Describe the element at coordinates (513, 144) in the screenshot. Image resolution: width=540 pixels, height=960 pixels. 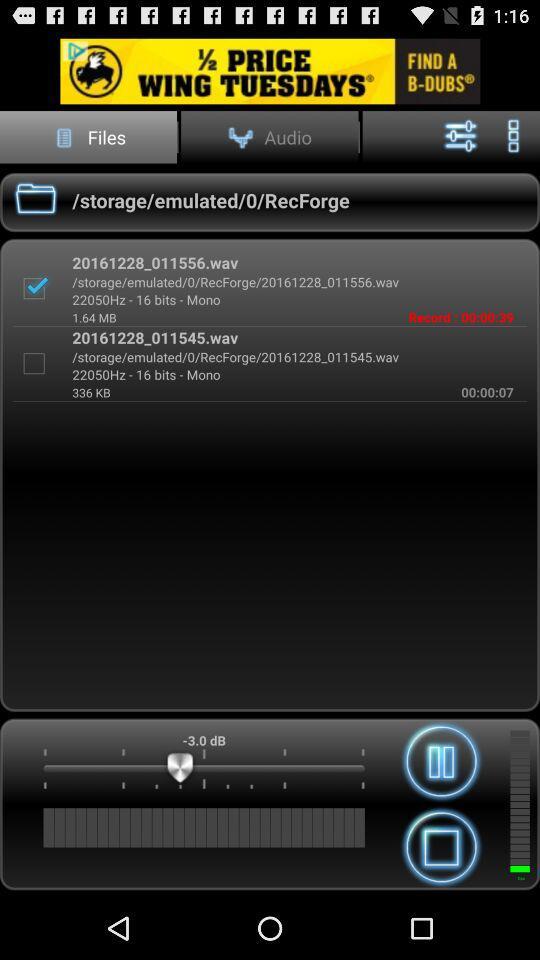
I see `the more icon` at that location.